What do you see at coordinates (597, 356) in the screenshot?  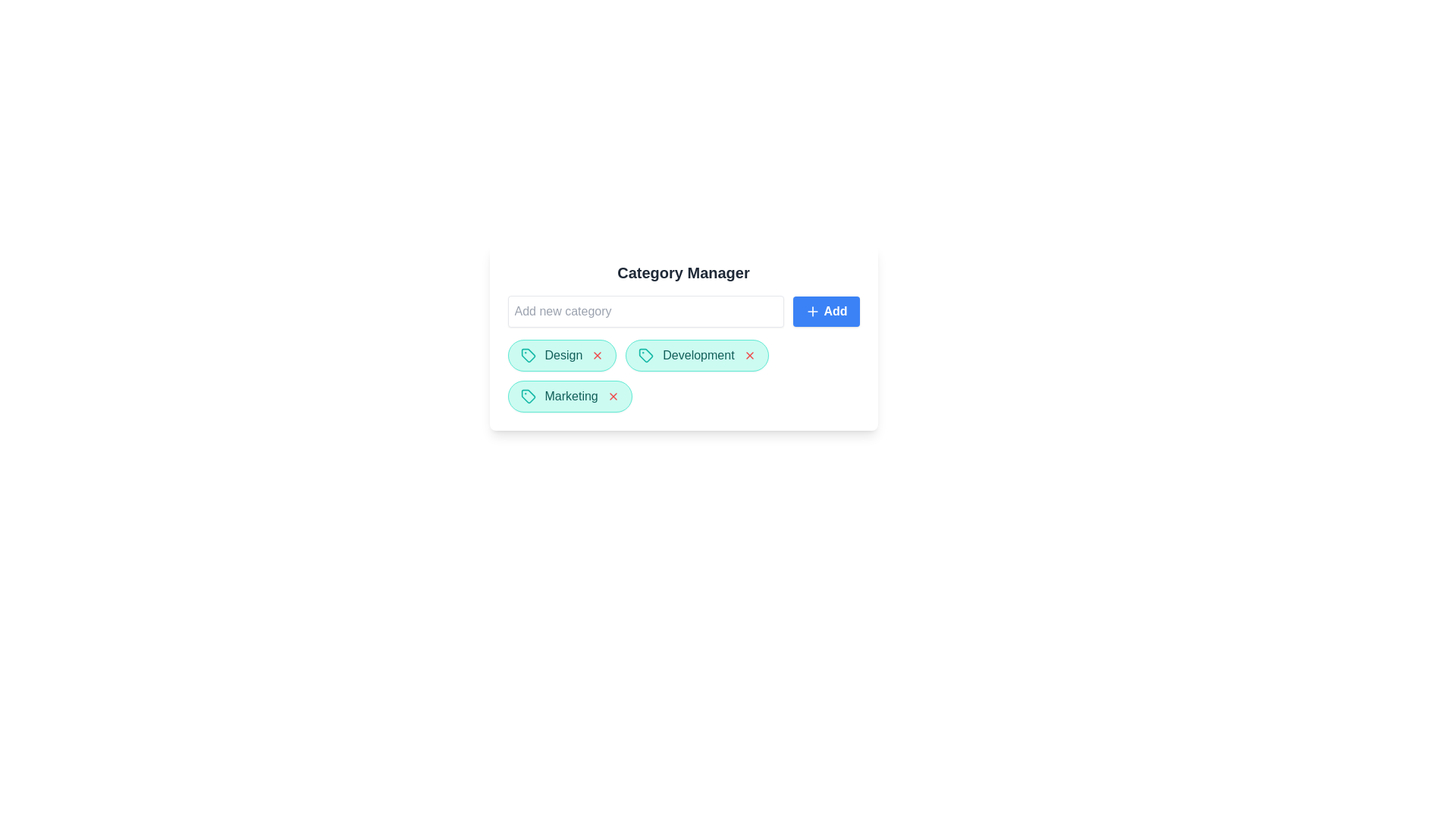 I see `'X' button on the category chip labeled 'Design'` at bounding box center [597, 356].